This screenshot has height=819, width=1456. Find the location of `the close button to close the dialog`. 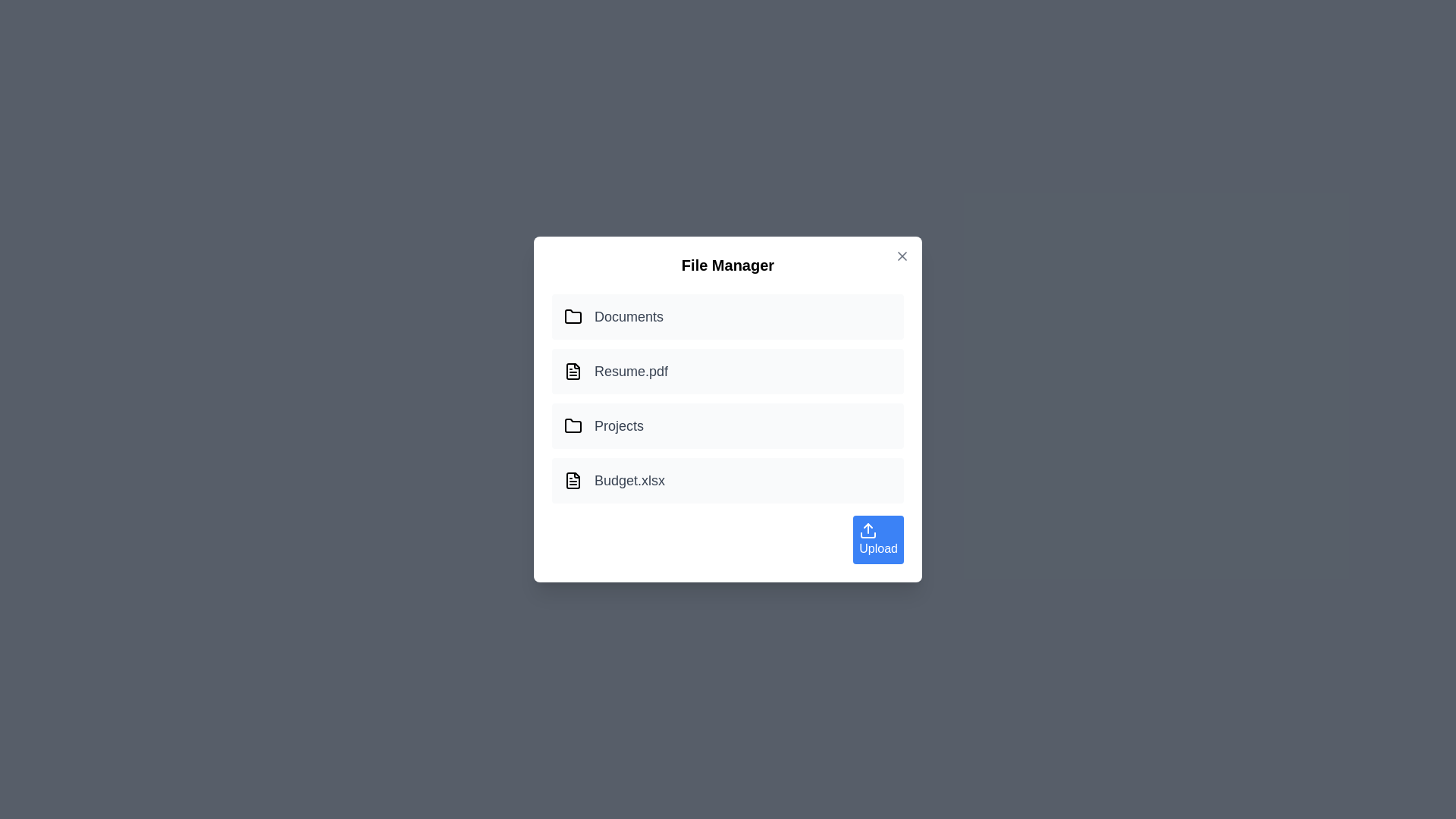

the close button to close the dialog is located at coordinates (902, 256).